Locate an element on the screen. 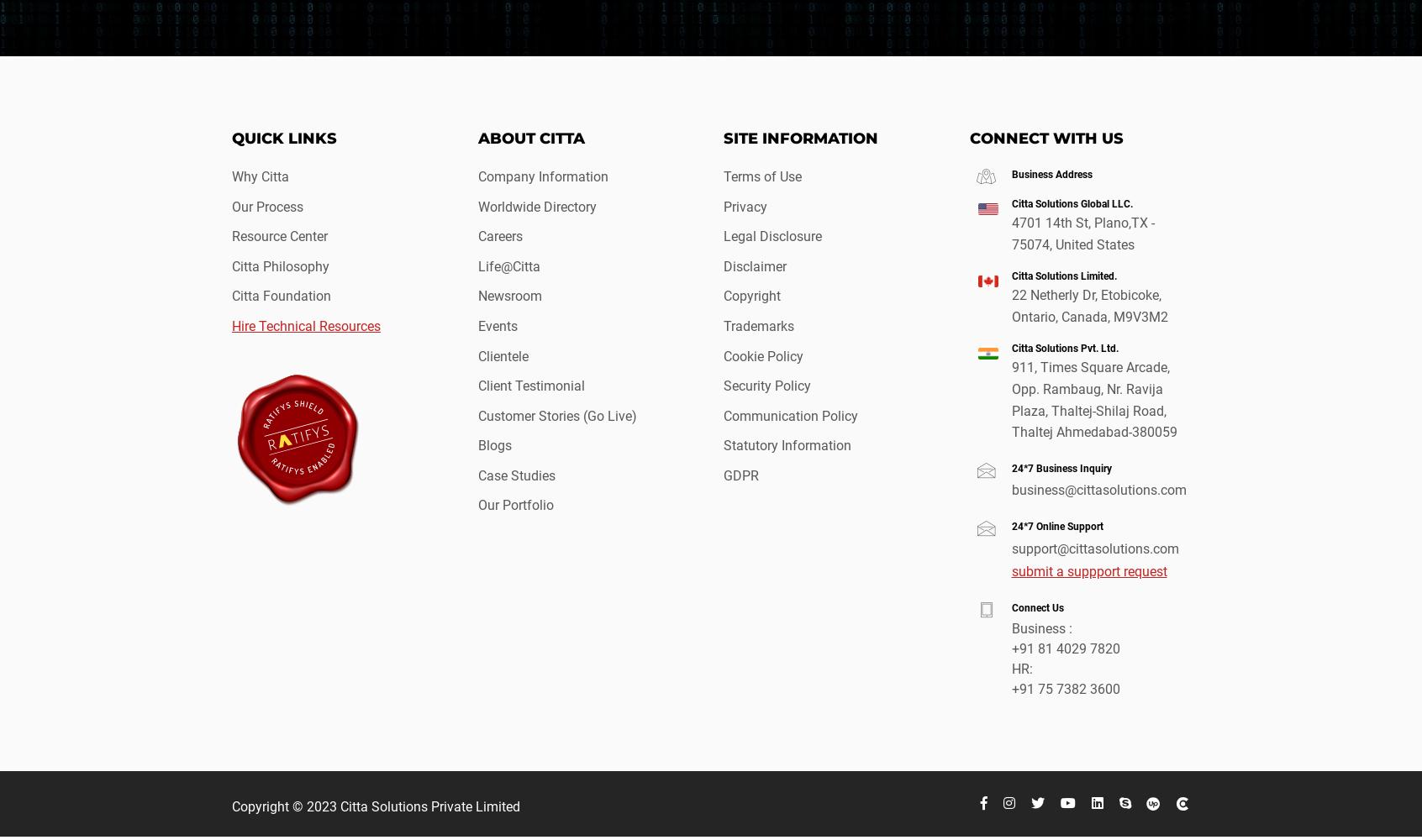 The image size is (1422, 840). 'Newsroom' is located at coordinates (508, 295).